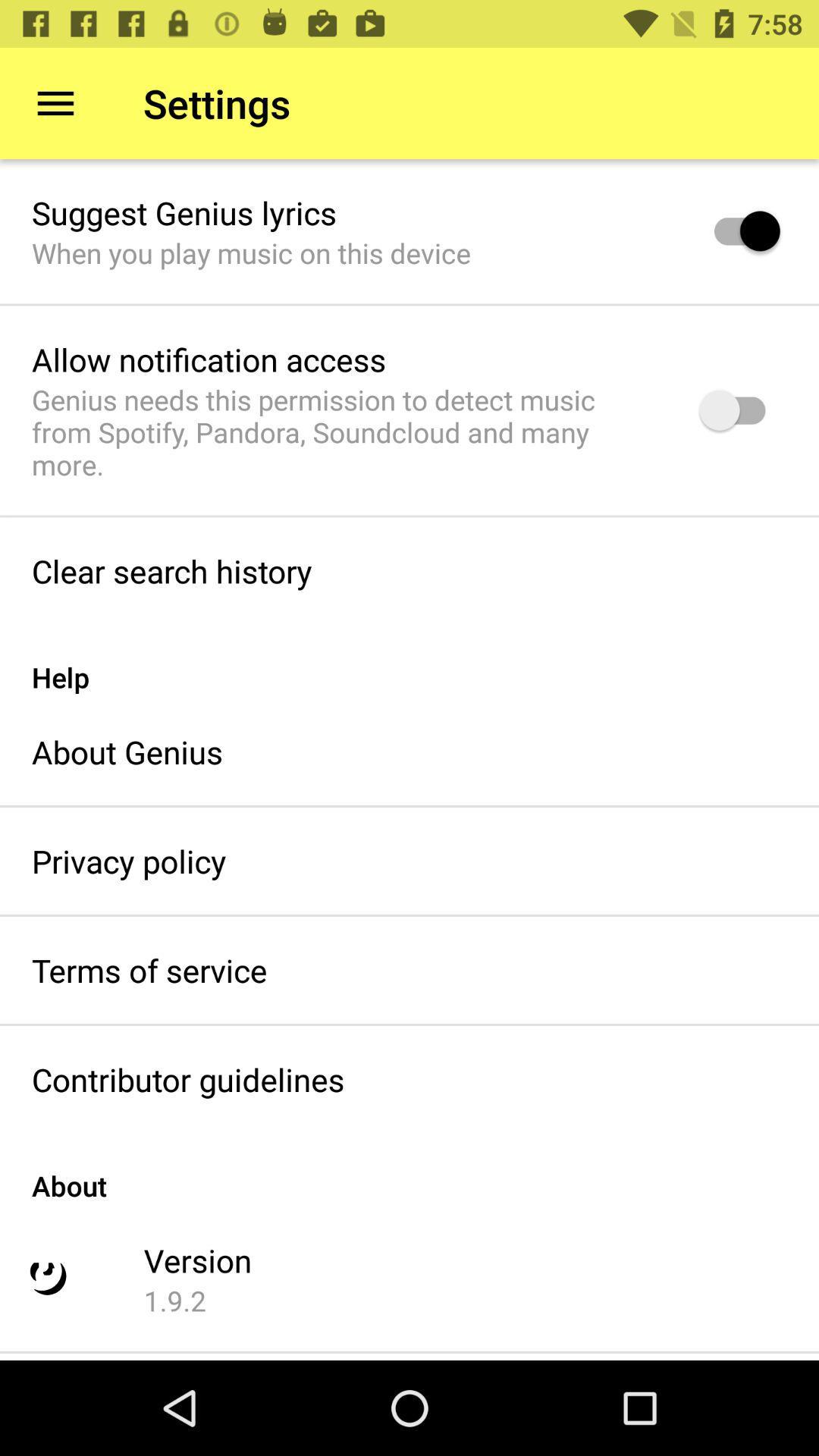  I want to click on terms of service icon, so click(149, 969).